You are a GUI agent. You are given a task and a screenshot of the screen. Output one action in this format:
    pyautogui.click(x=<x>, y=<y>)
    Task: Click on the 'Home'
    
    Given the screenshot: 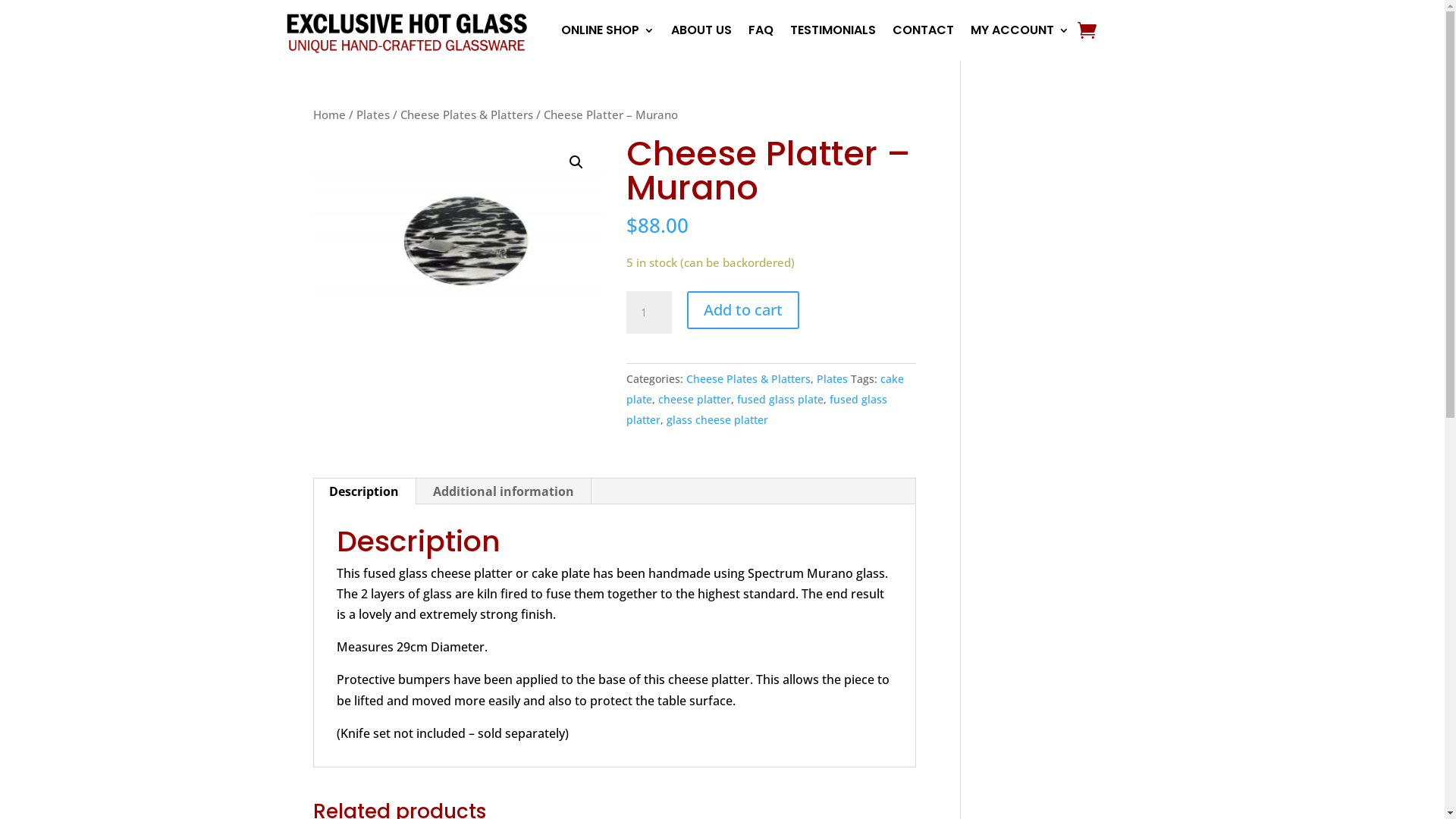 What is the action you would take?
    pyautogui.click(x=328, y=113)
    